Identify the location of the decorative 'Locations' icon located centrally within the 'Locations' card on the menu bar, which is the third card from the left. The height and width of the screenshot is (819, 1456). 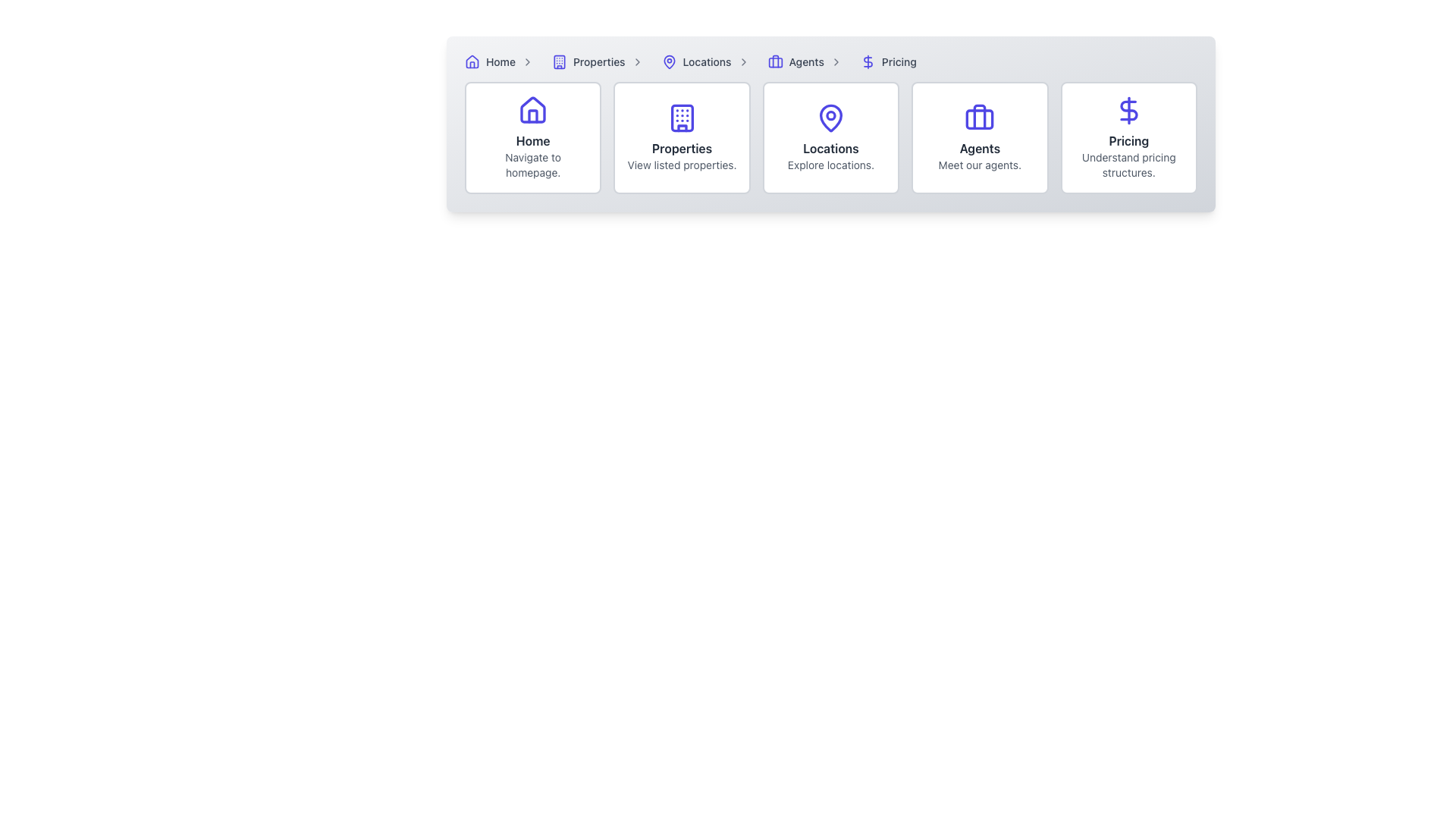
(830, 117).